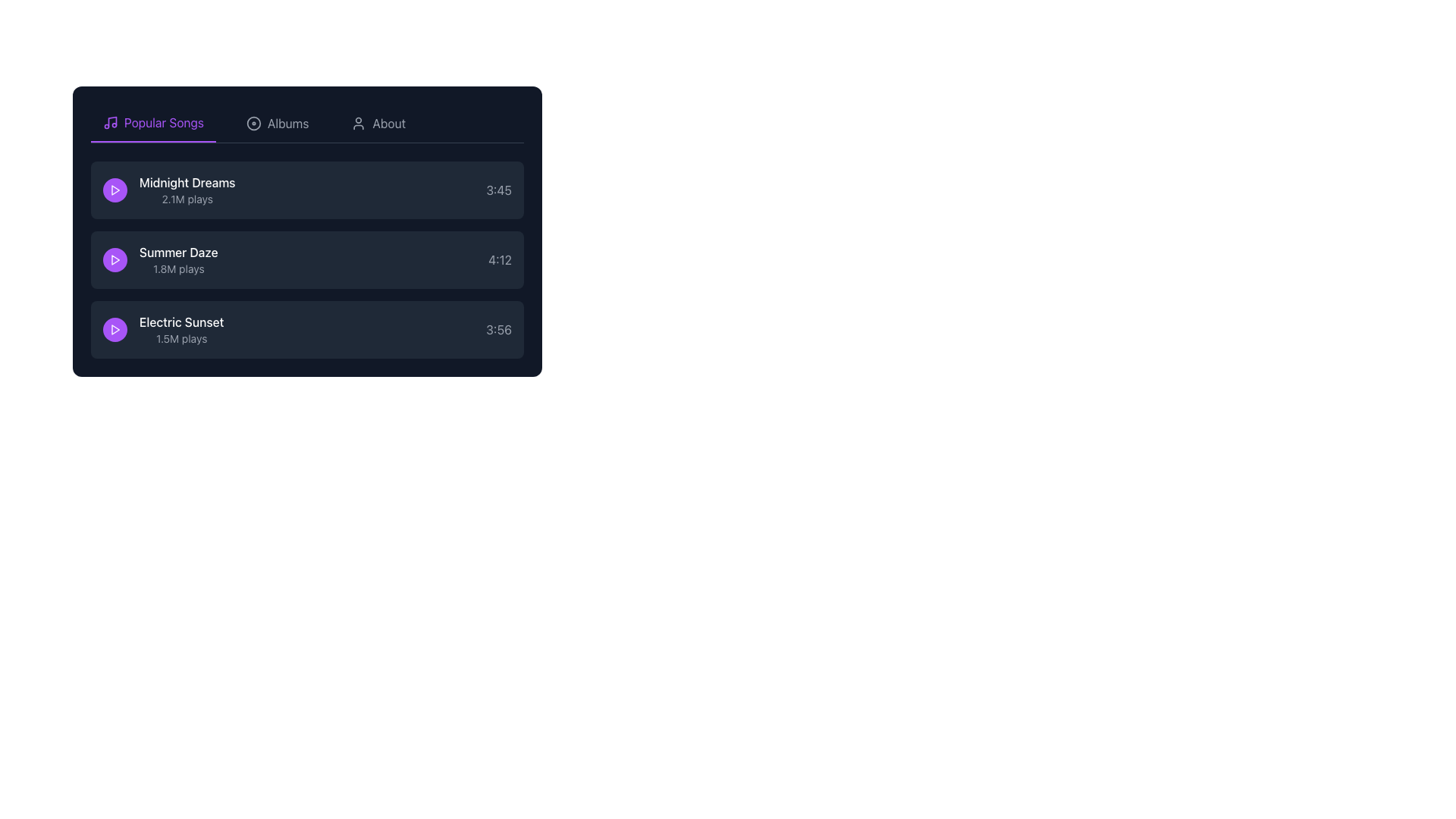 The height and width of the screenshot is (819, 1456). What do you see at coordinates (115, 189) in the screenshot?
I see `the circular button with a purple background and a white play icon at its center to play the 'Midnight Dreams' song` at bounding box center [115, 189].